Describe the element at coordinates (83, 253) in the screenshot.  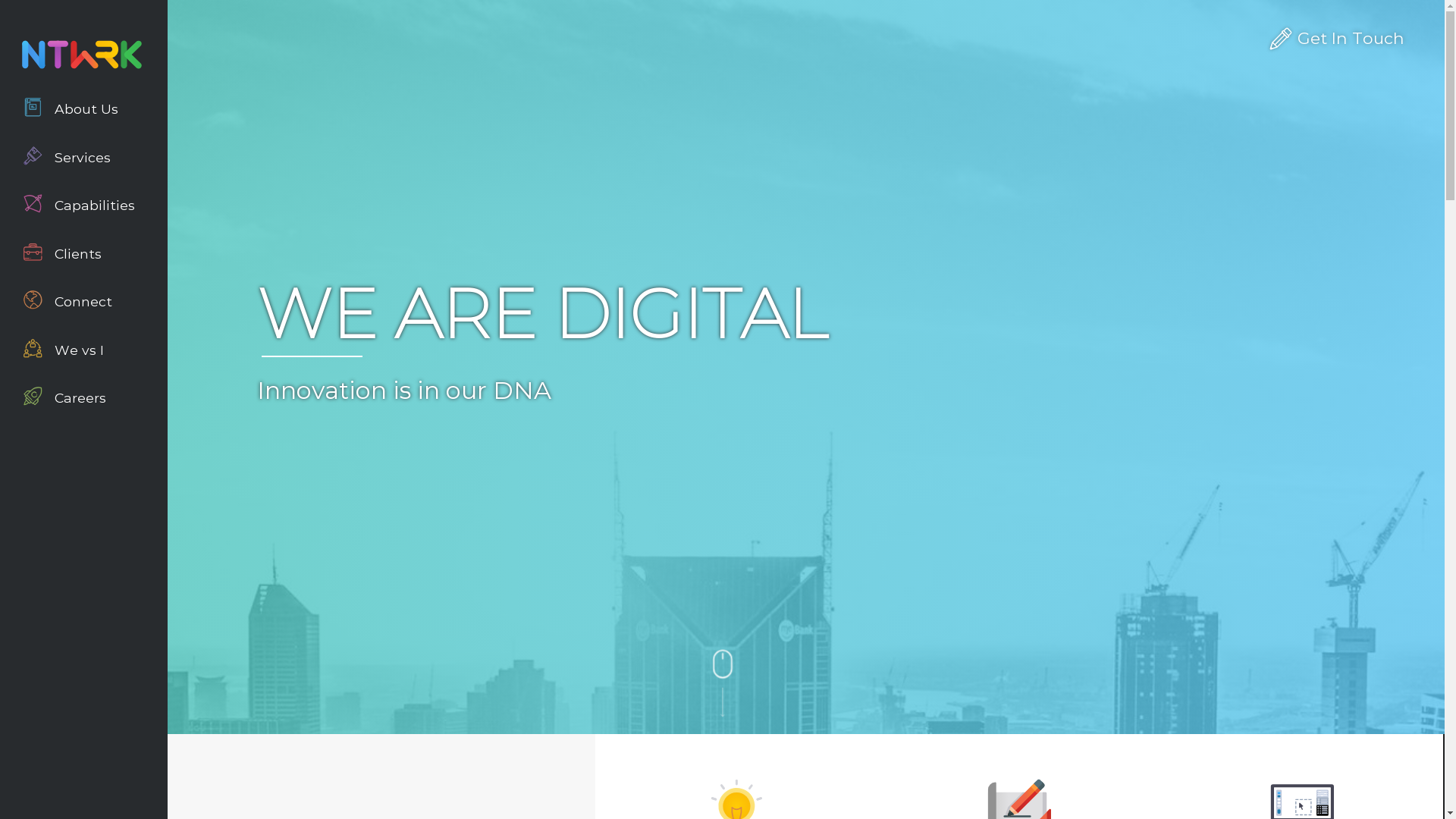
I see `'Clients'` at that location.